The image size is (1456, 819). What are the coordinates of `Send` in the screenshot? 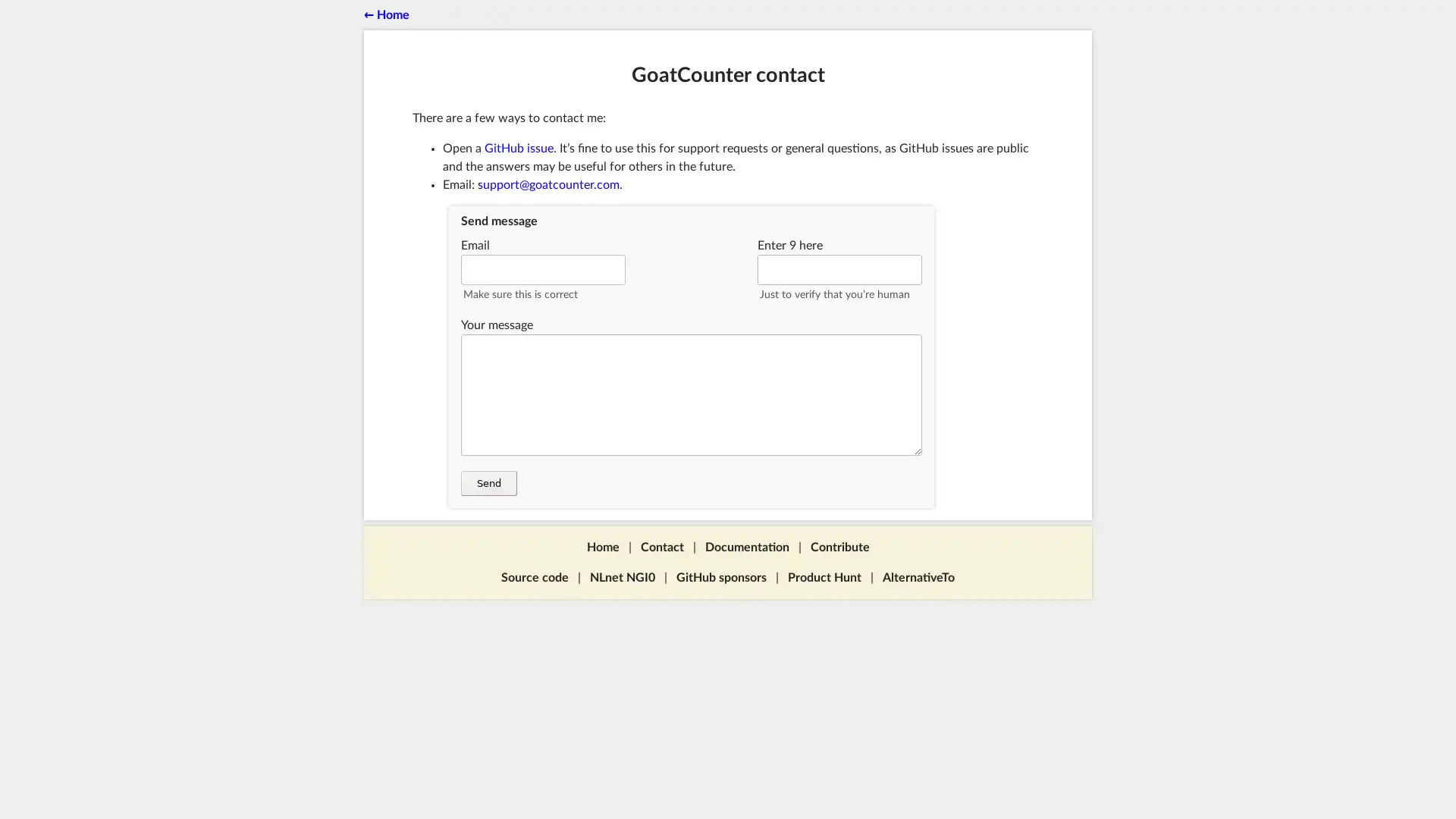 It's located at (488, 483).